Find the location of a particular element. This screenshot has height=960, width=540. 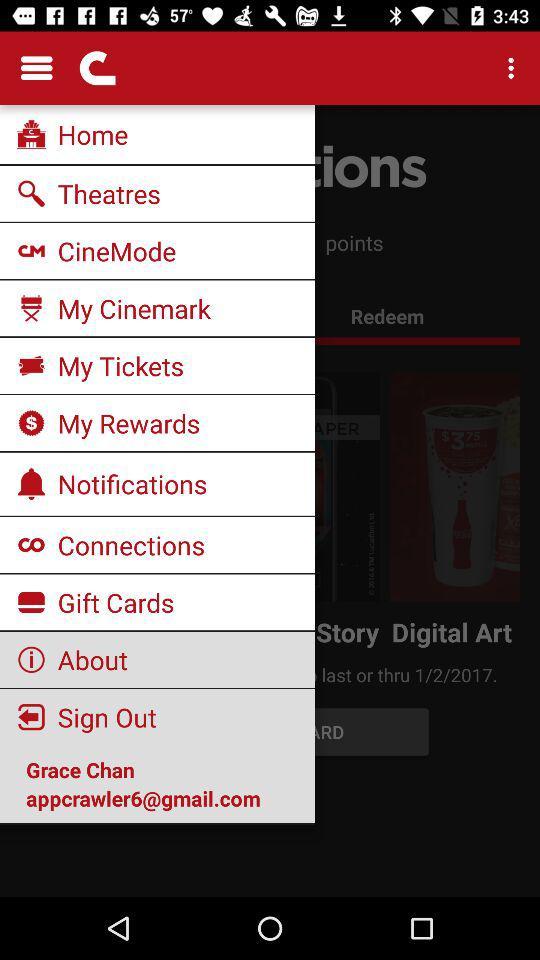

the second icon which is below bell icon is located at coordinates (31, 601).